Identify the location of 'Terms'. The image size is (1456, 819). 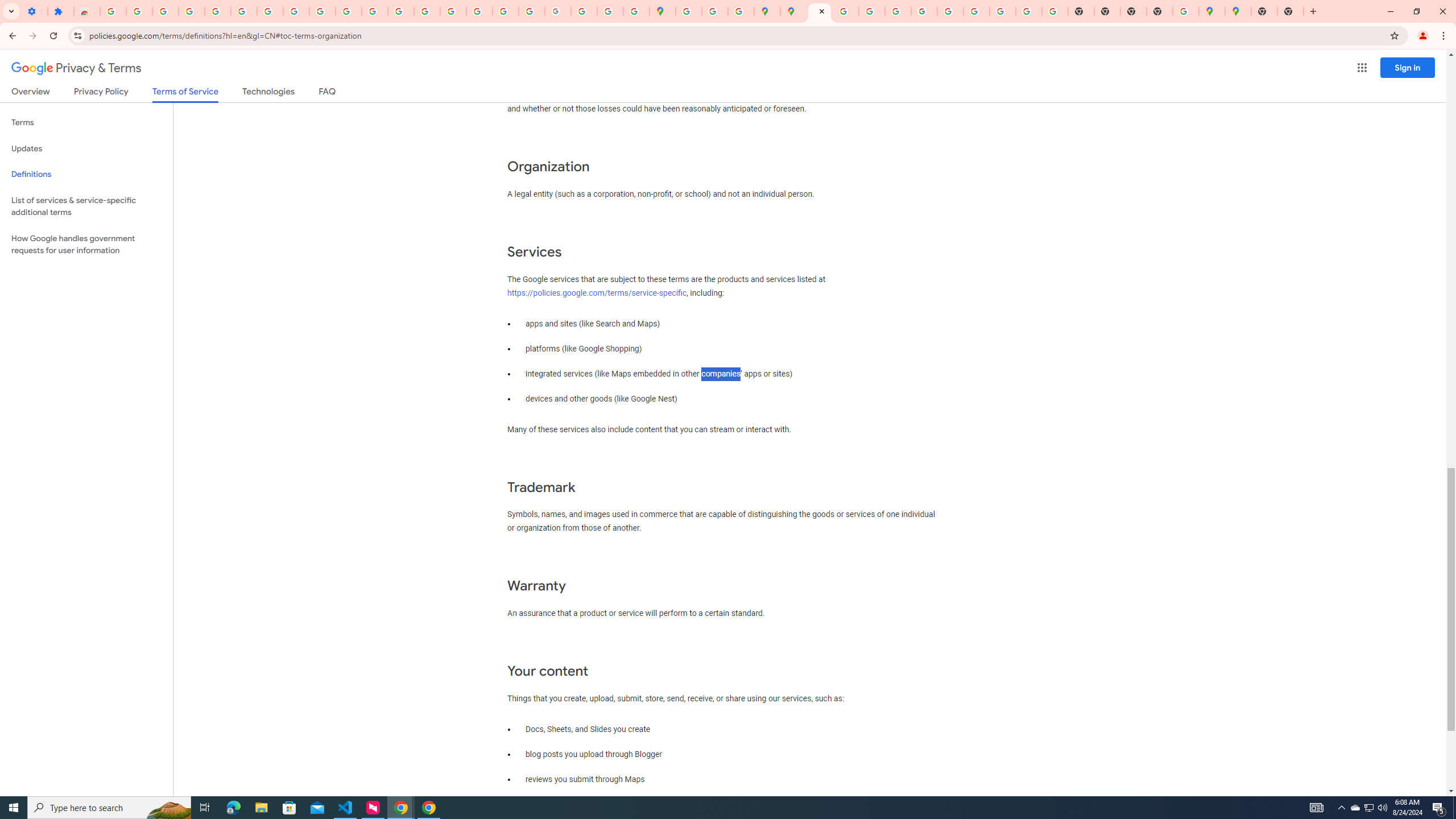
(86, 122).